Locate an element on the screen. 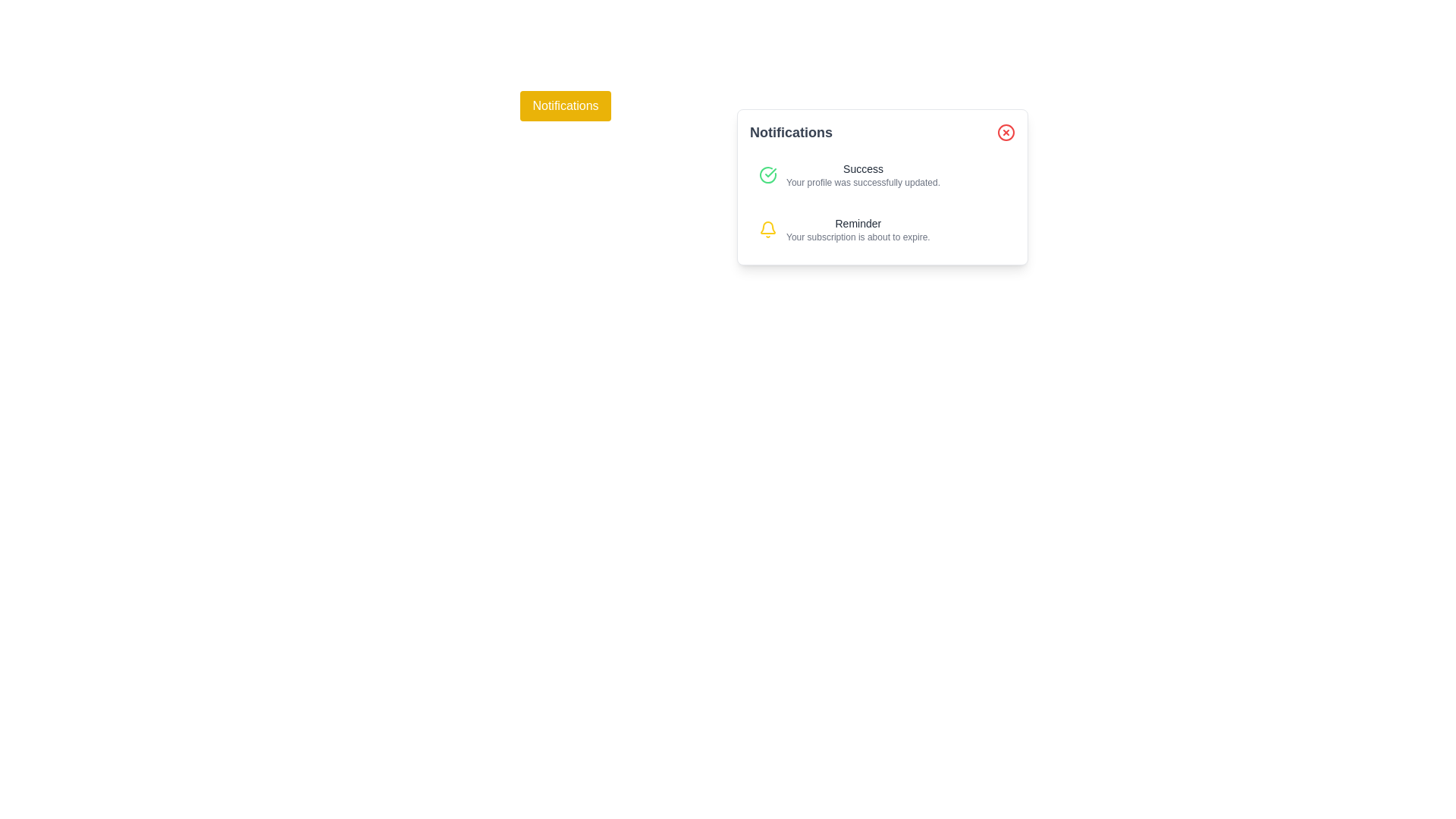  the yellow bell-shaped icon next to the 'Reminder' text within the notification card is located at coordinates (767, 230).